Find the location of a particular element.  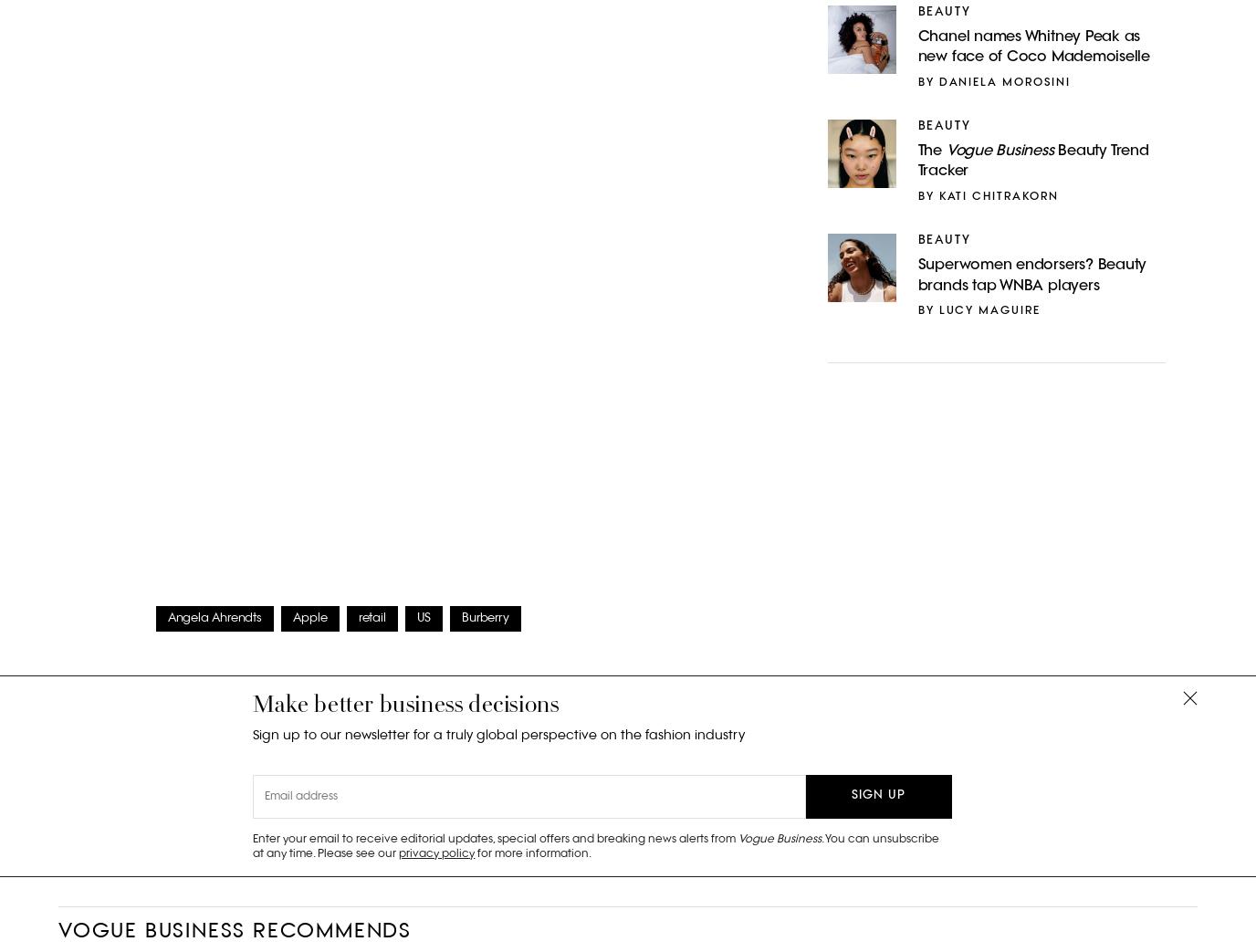

'Angela Ahrendts' is located at coordinates (167, 618).